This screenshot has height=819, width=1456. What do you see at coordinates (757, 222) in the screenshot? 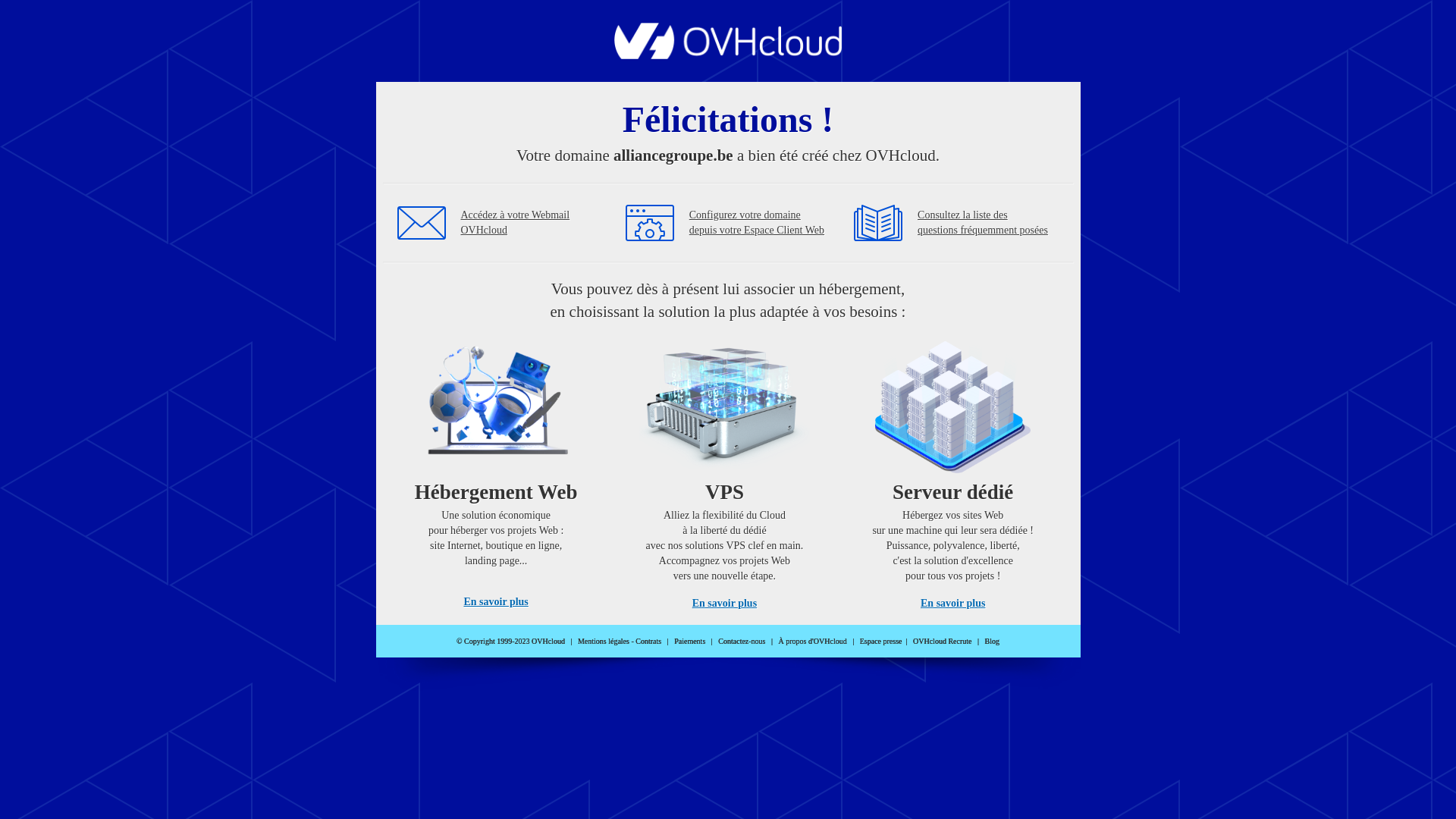
I see `'Configurez votre domaine` at bounding box center [757, 222].